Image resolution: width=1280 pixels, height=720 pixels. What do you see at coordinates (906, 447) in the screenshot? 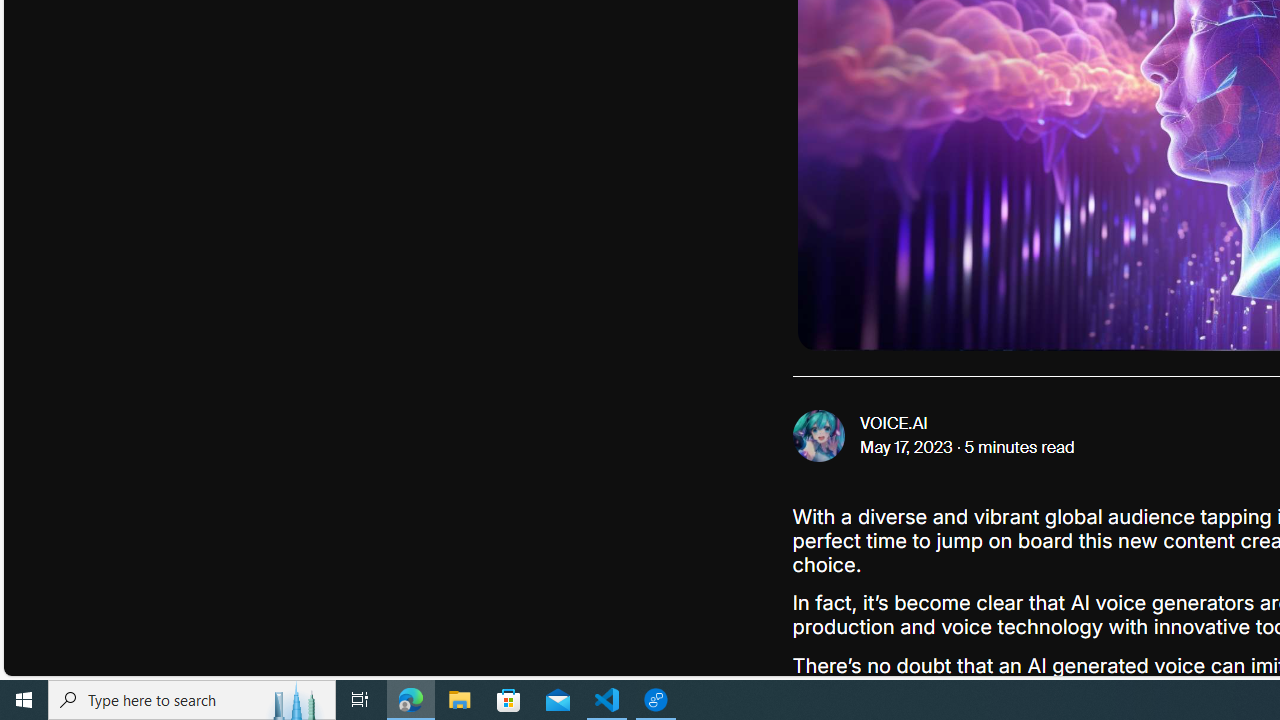
I see `'May 17, 2023'` at bounding box center [906, 447].